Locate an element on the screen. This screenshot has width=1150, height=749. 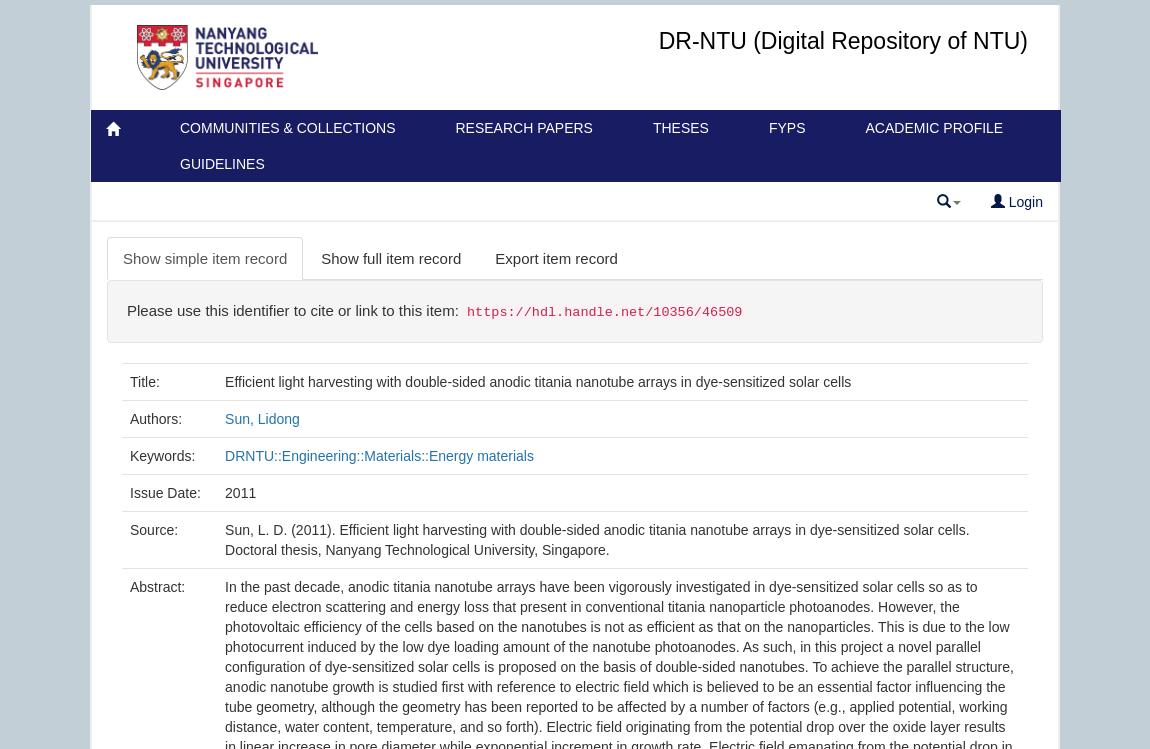
'FYPs' is located at coordinates (785, 127).